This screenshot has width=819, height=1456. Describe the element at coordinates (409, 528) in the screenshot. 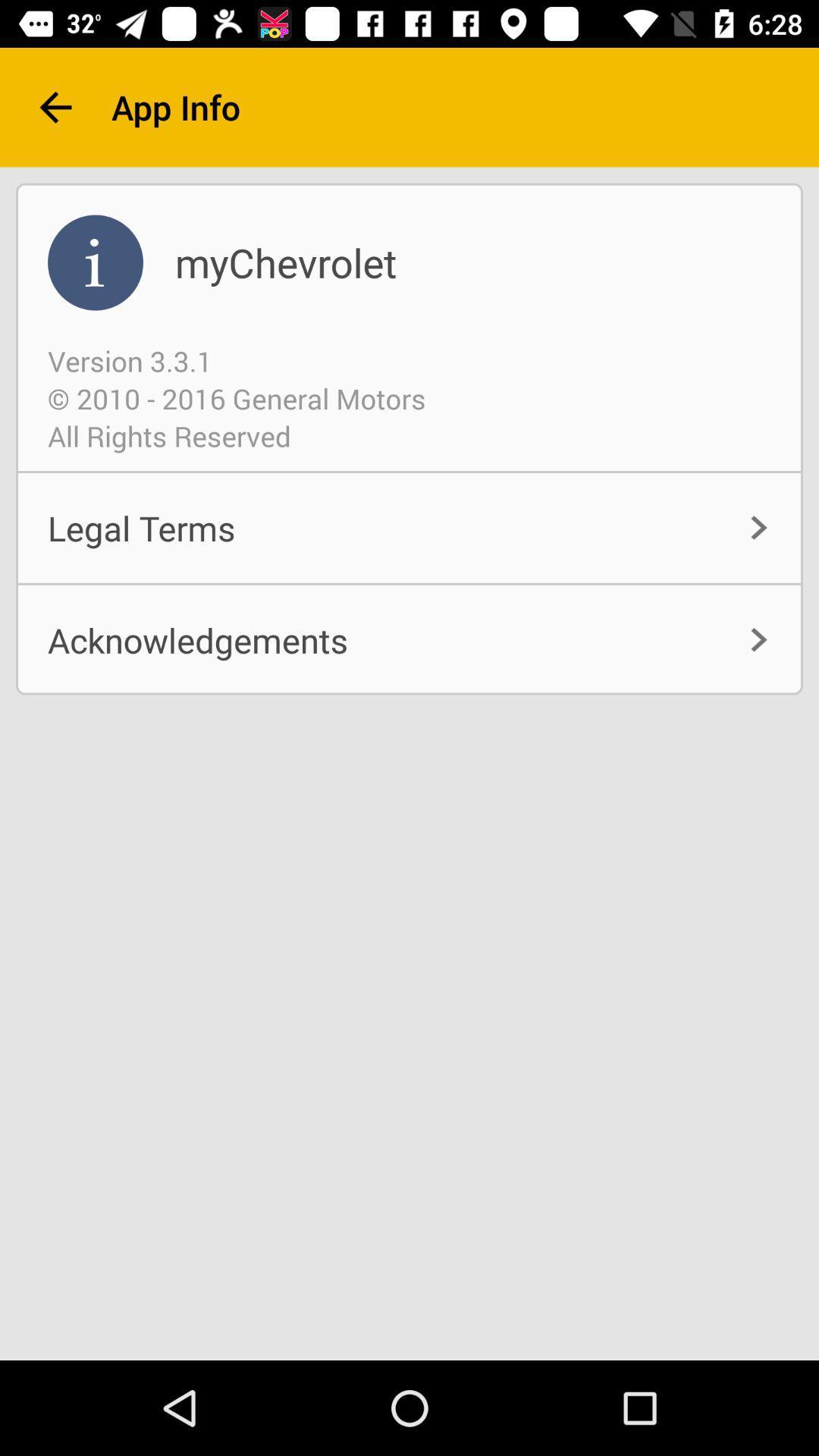

I see `item above acknowledgements icon` at that location.